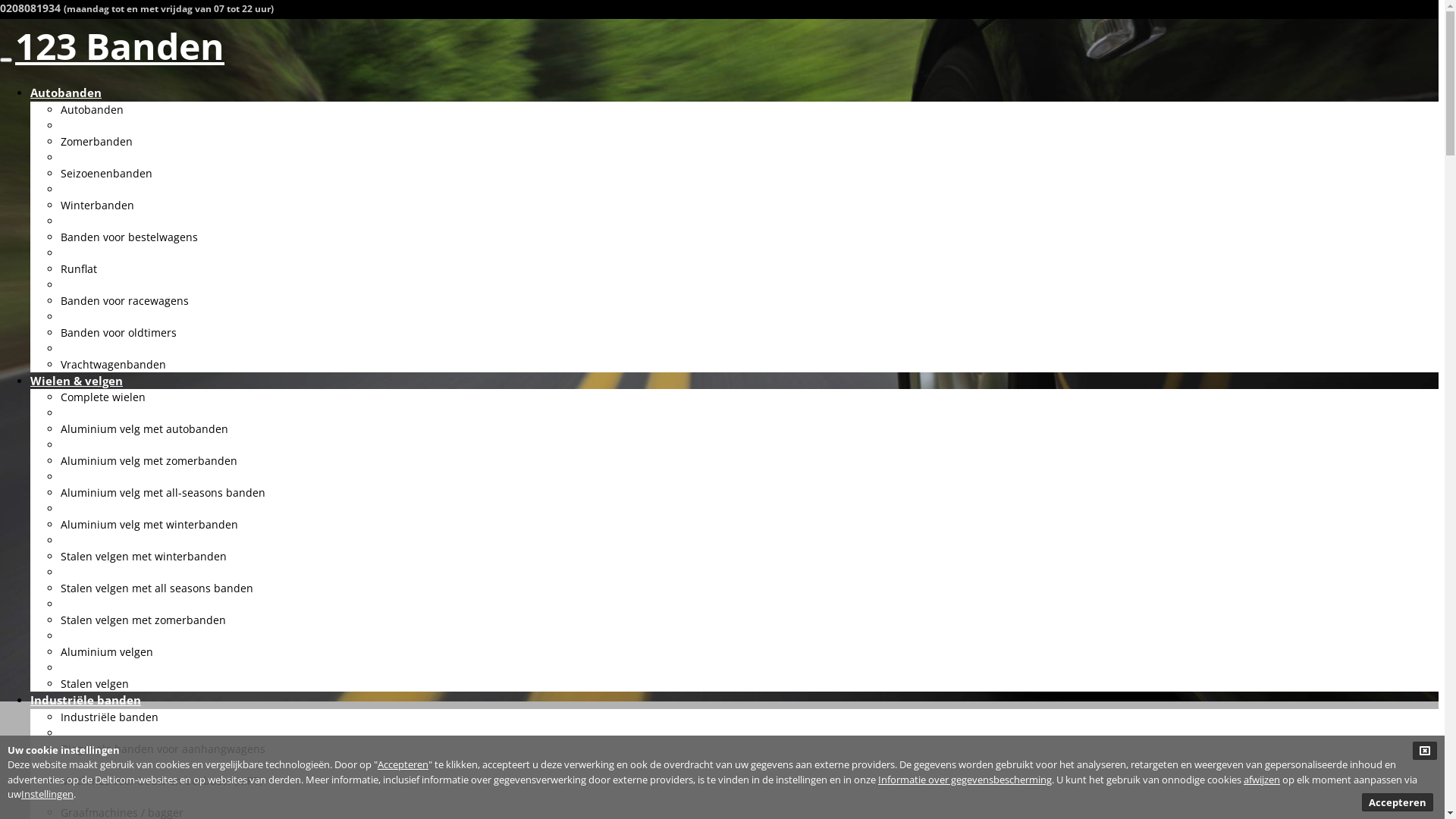  I want to click on 'Winterbanden', so click(96, 203).